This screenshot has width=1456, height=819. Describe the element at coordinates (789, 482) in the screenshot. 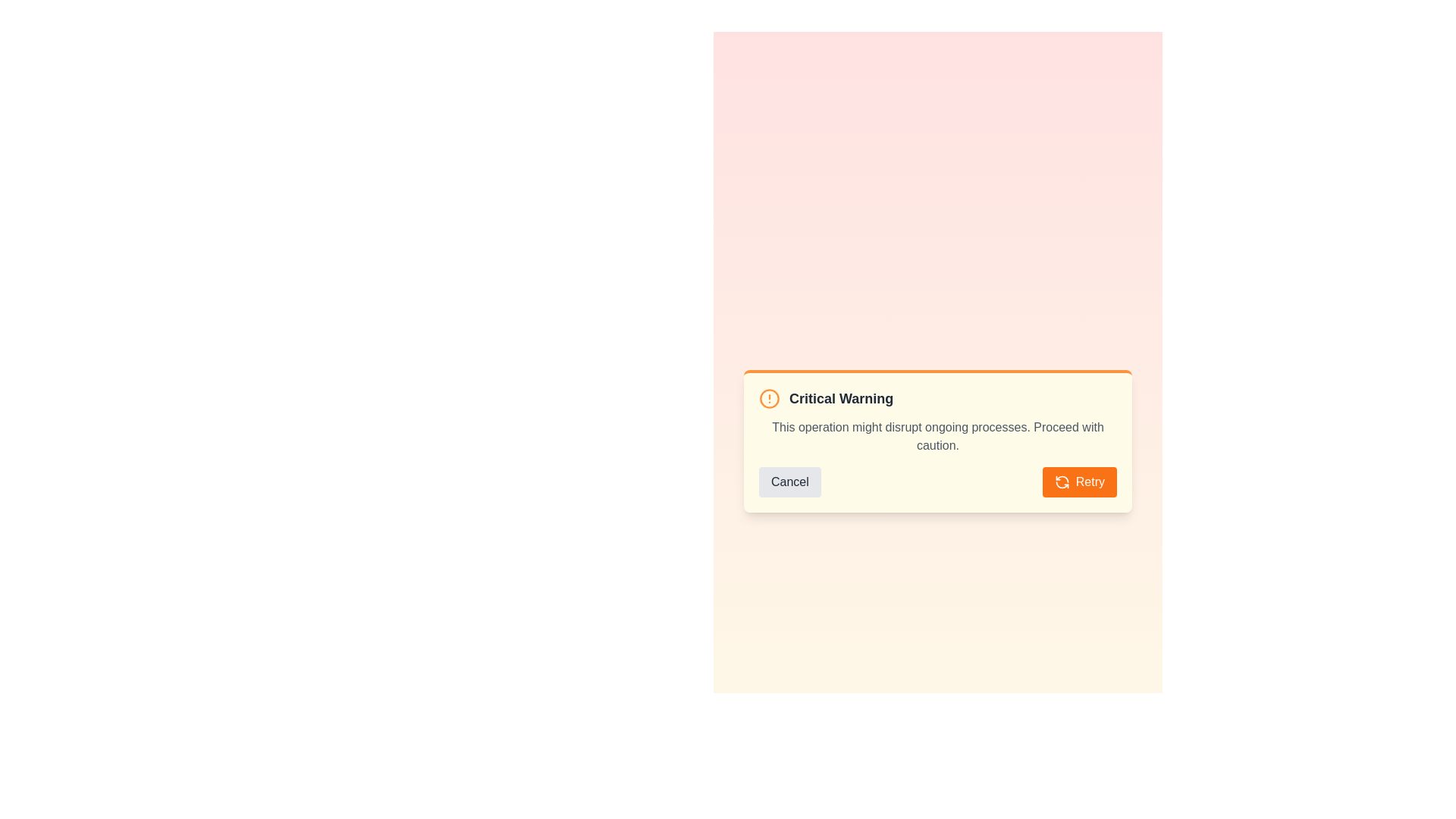

I see `the 'Cancel' button to trigger the hover effect` at that location.